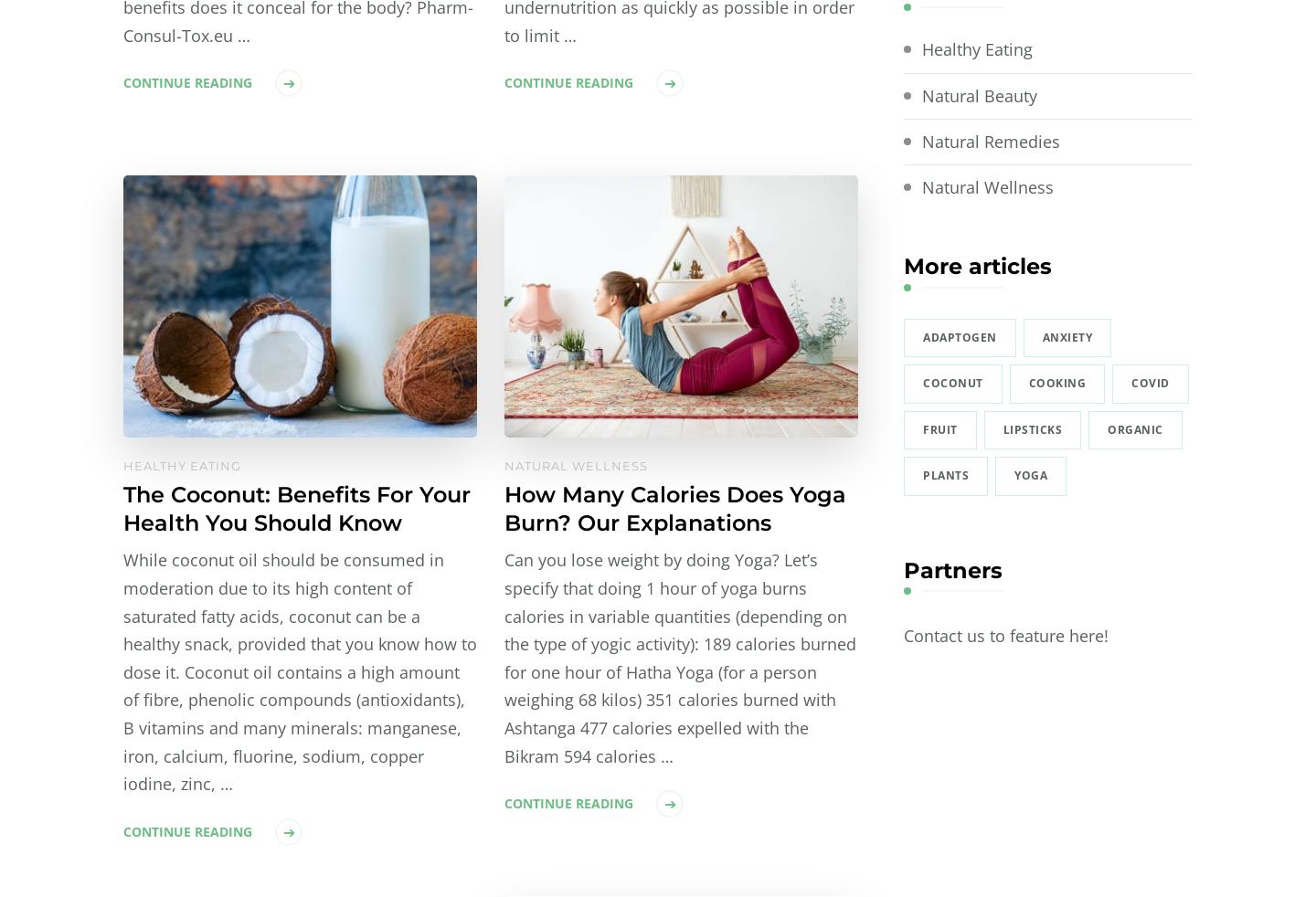 The width and height of the screenshot is (1316, 897). I want to click on 'plants', so click(946, 474).